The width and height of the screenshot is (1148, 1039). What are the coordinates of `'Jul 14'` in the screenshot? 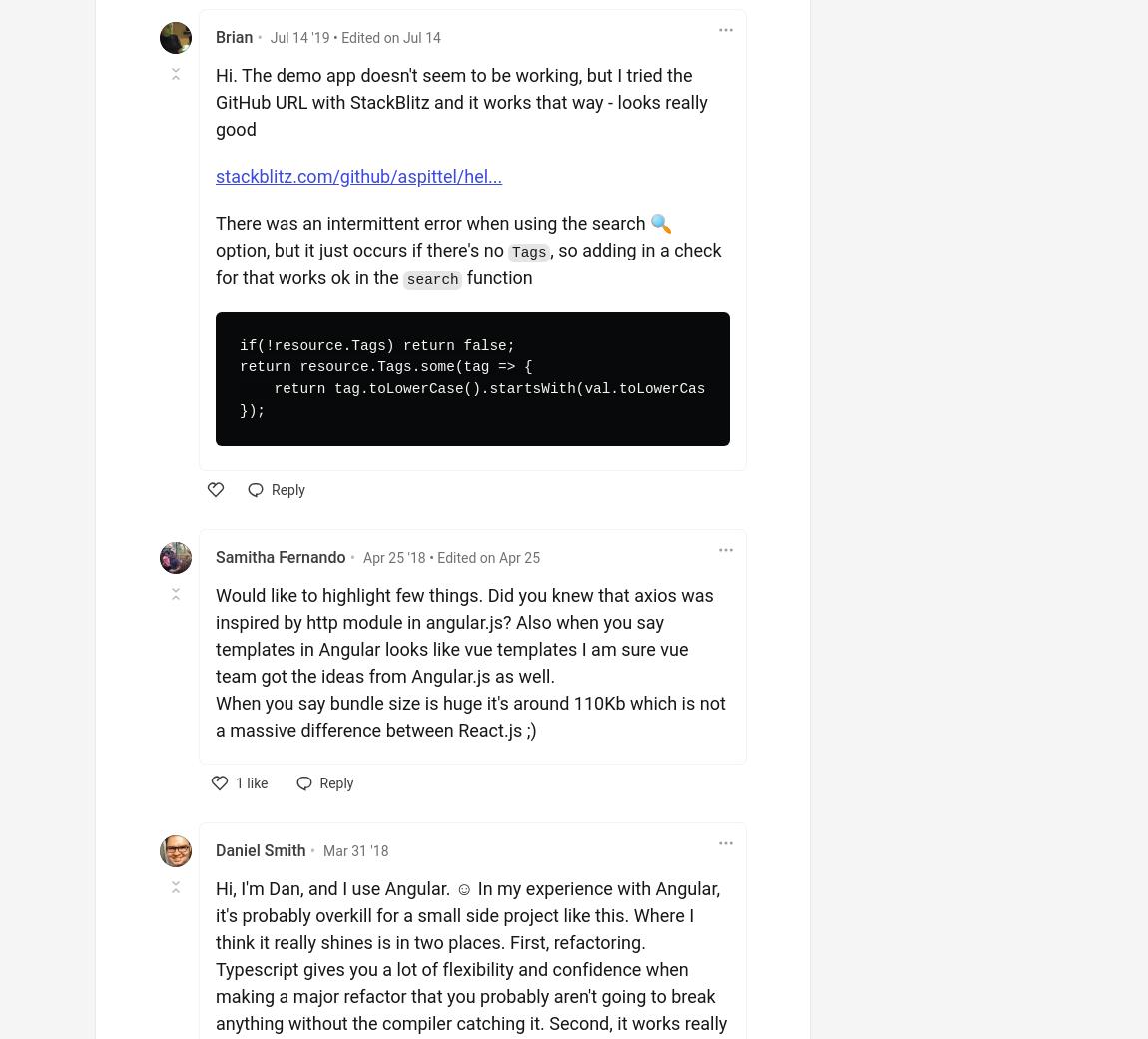 It's located at (421, 35).